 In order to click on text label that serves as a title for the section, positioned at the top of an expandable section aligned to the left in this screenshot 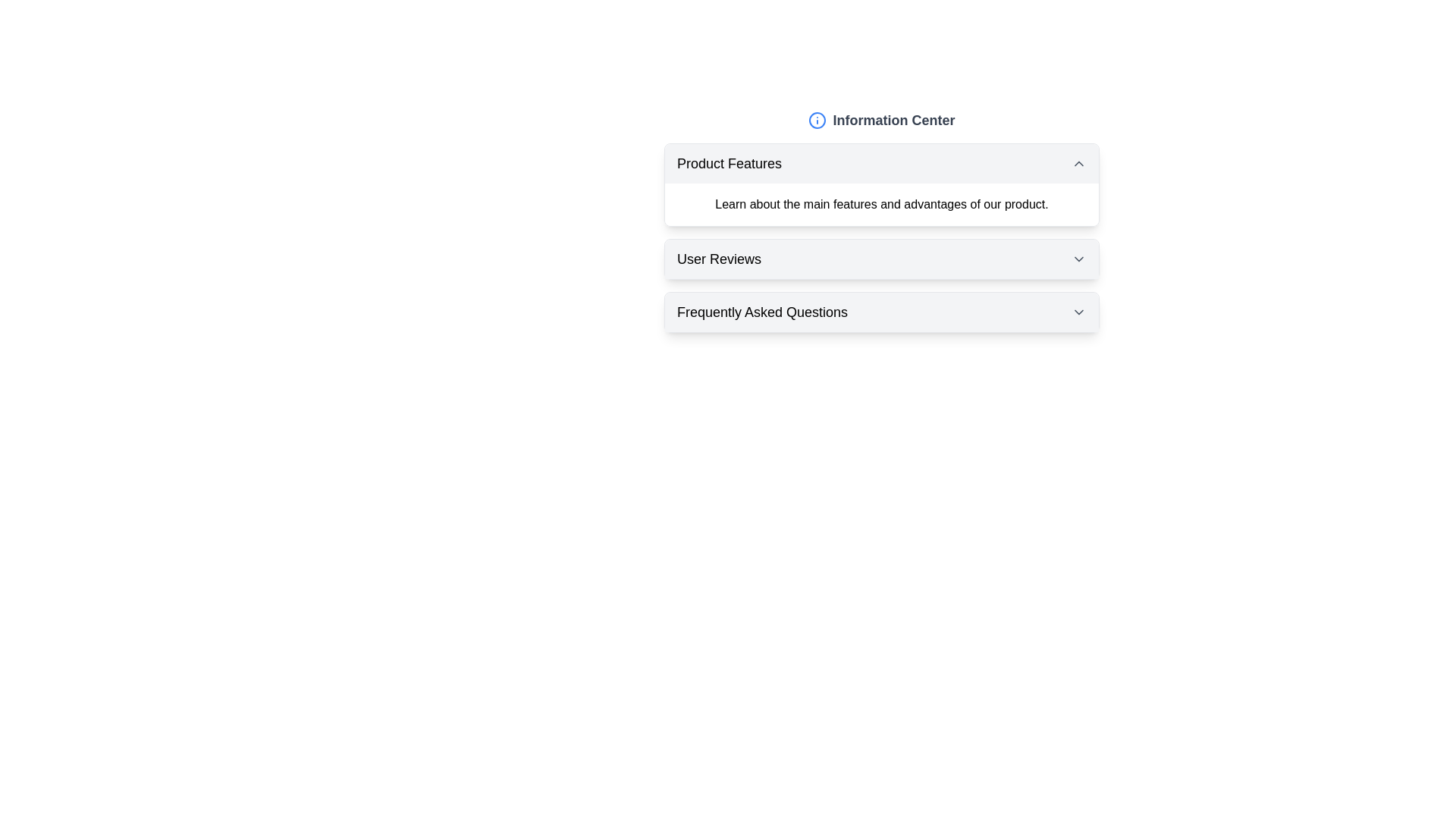, I will do `click(730, 164)`.